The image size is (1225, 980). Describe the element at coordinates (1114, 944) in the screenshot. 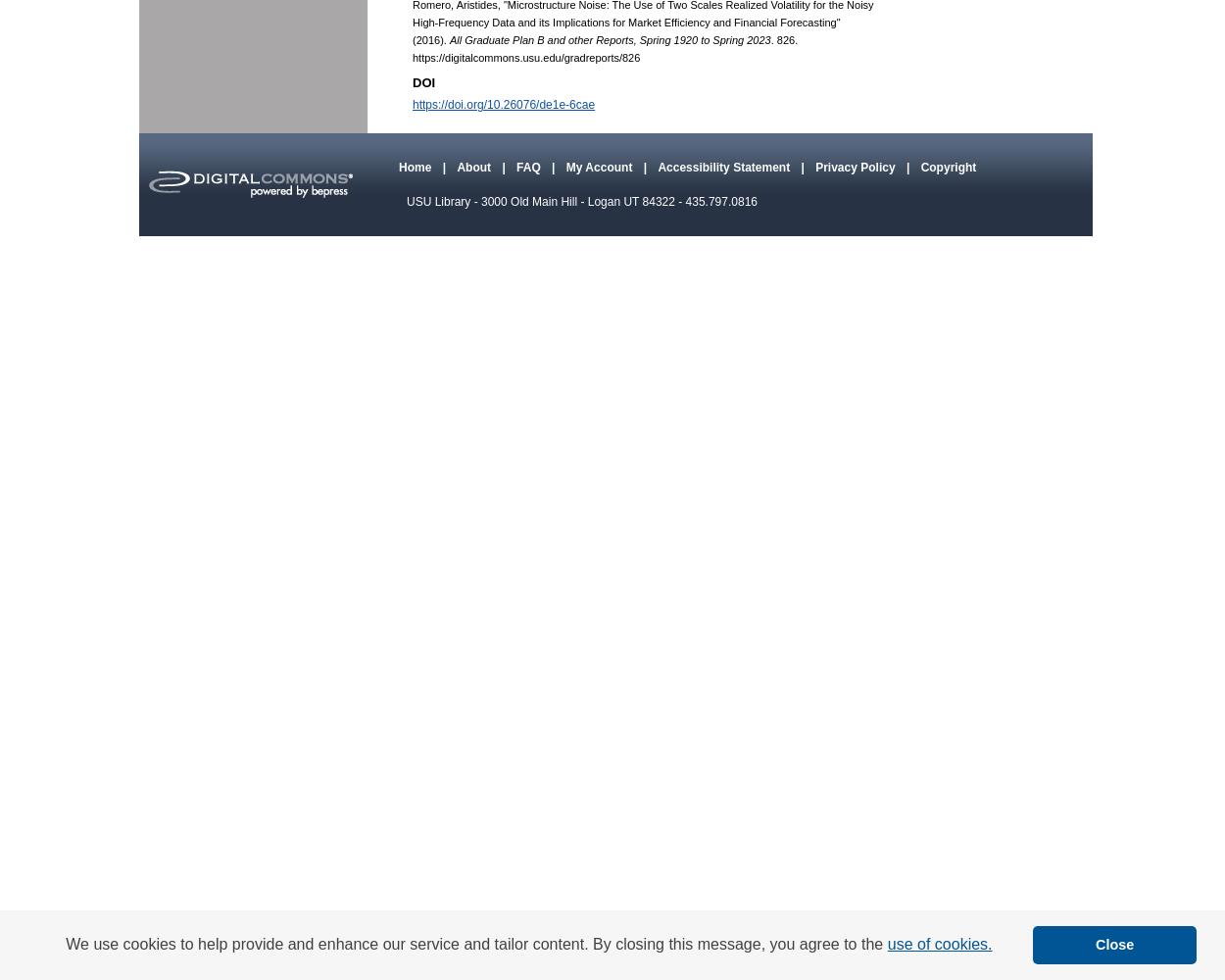

I see `'Close'` at that location.